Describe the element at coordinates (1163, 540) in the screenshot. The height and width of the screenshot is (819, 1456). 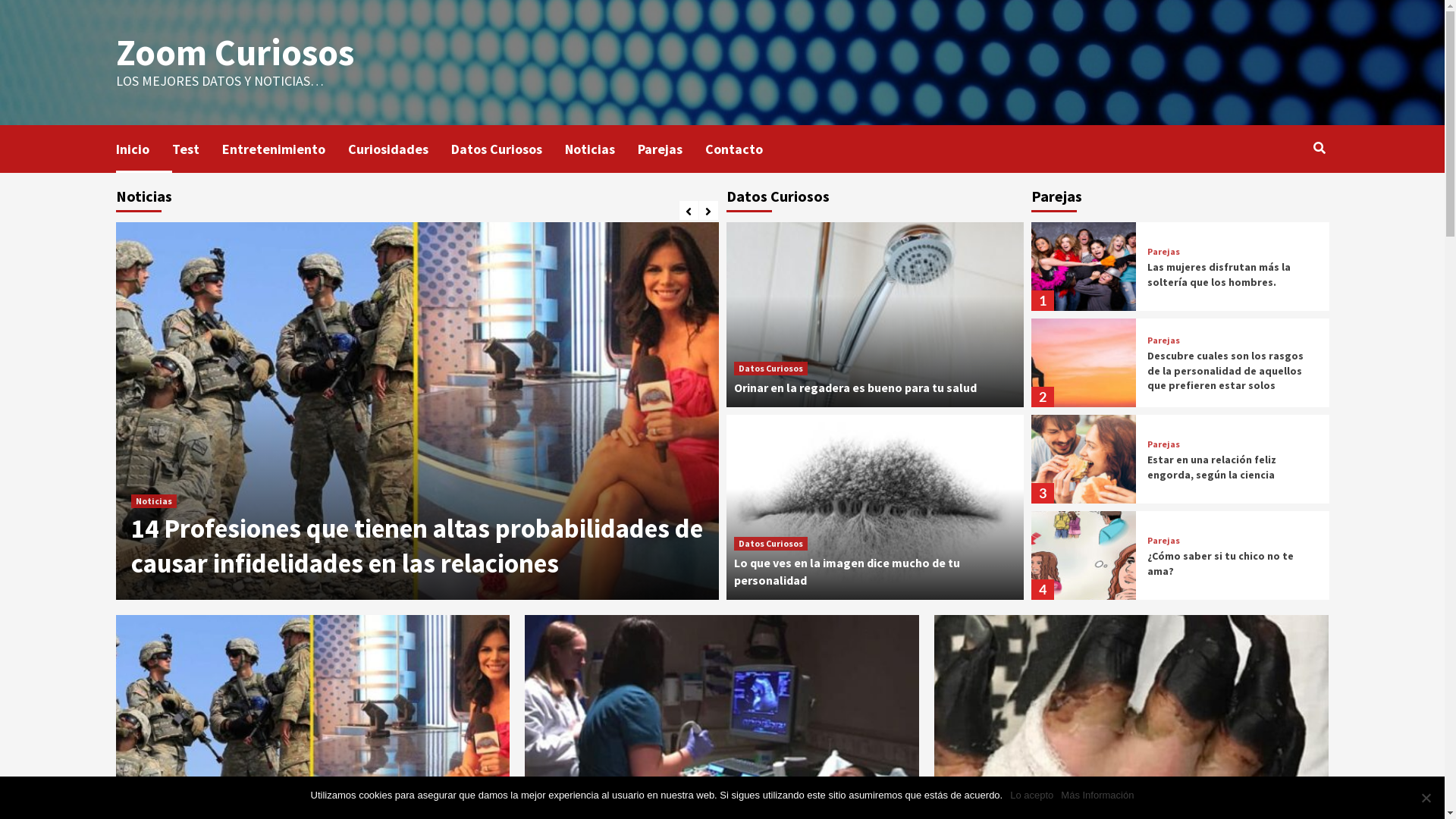
I see `'Parejas'` at that location.